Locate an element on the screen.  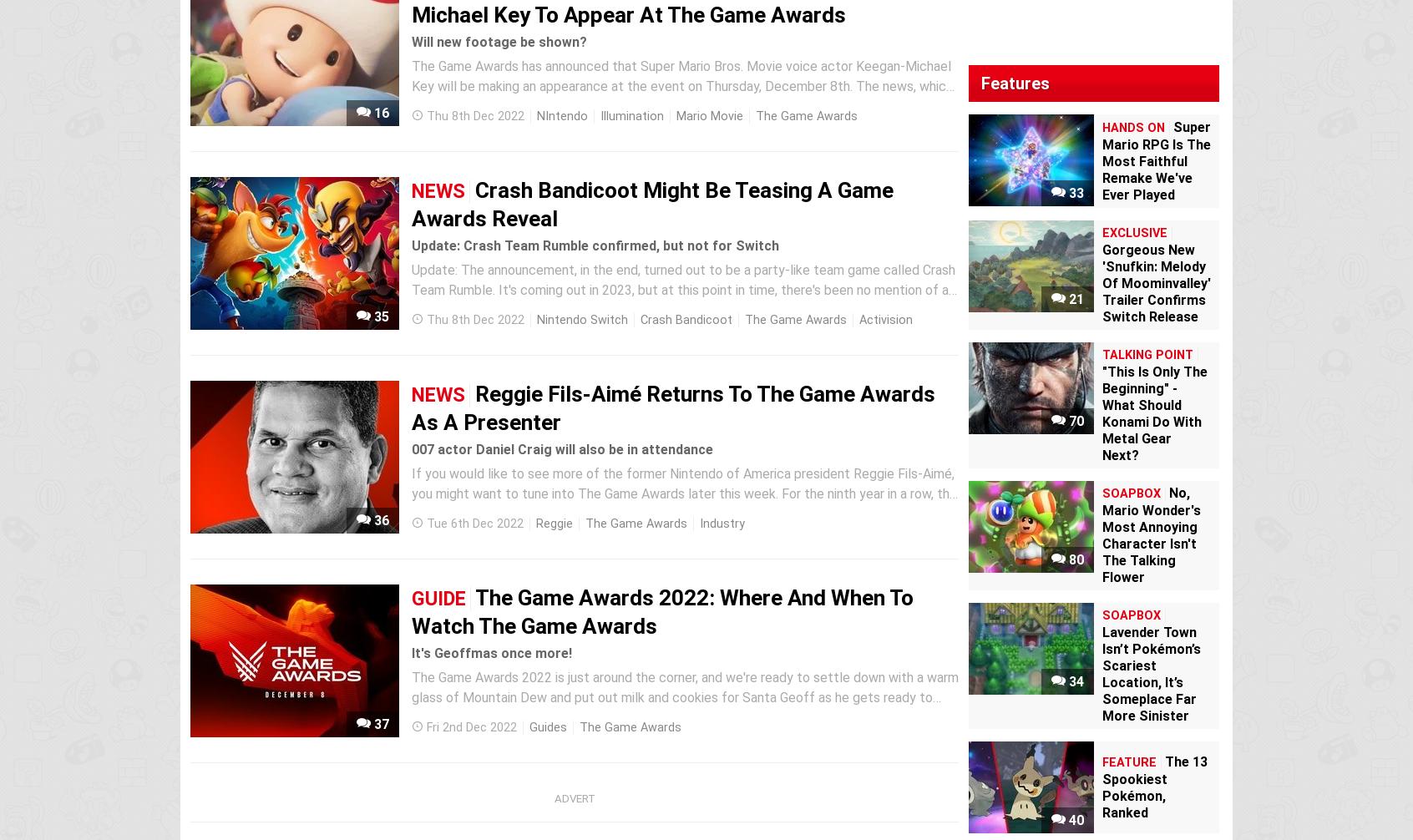
'Update: Crash Team Rumble confirmed, but not for Switch' is located at coordinates (411, 245).